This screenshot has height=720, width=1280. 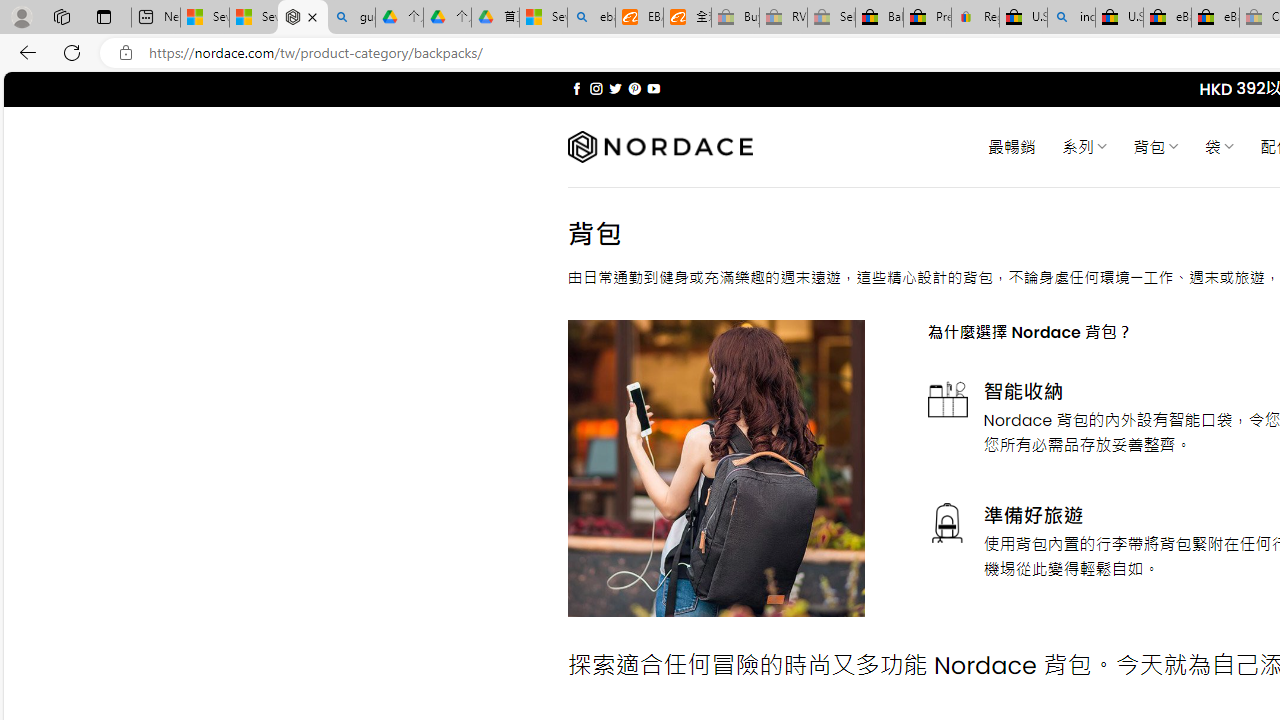 I want to click on 'Follow on YouTube', so click(x=653, y=88).